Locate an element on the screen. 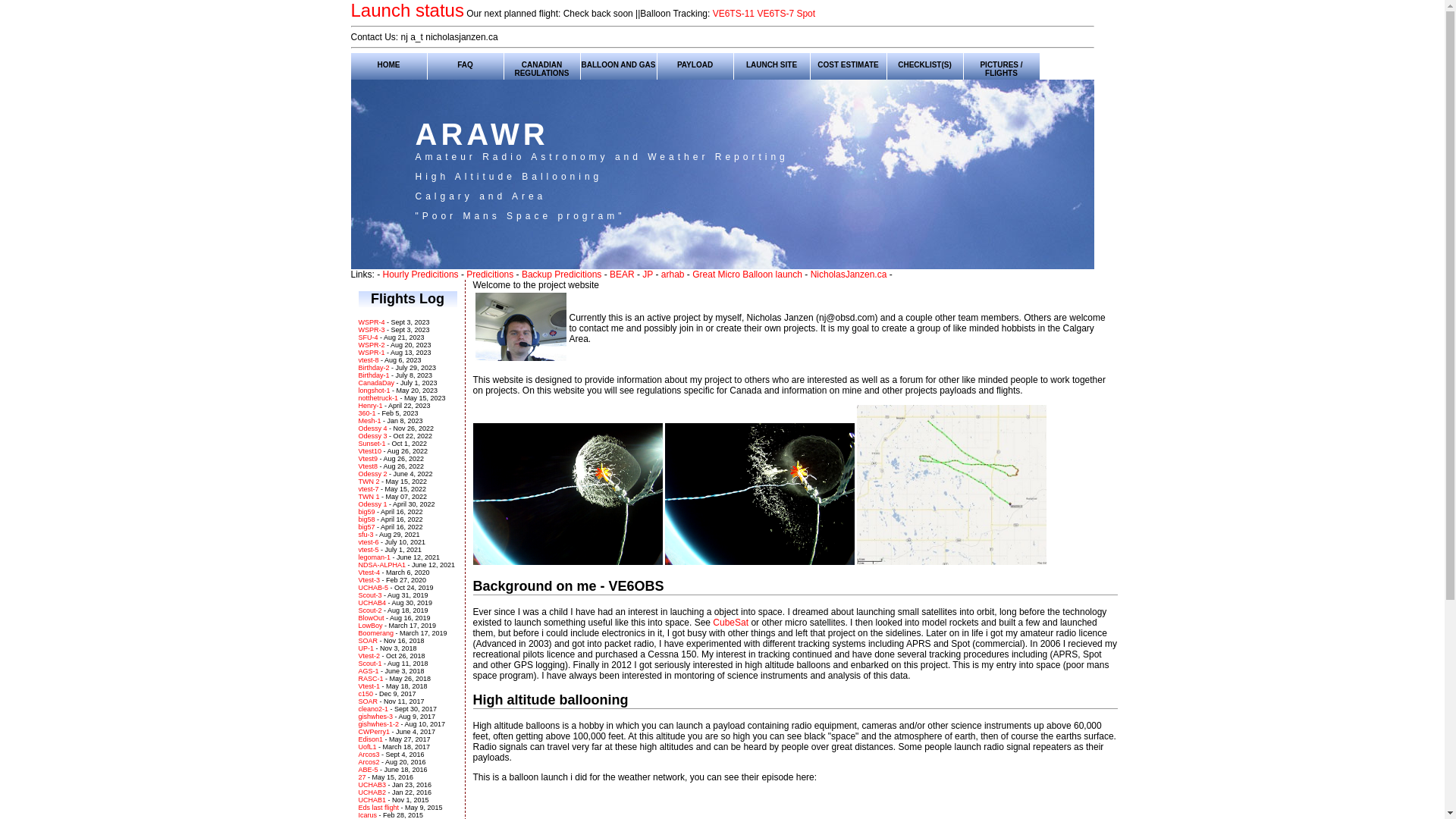 The height and width of the screenshot is (819, 1456). 'Arcos3' is located at coordinates (369, 755).